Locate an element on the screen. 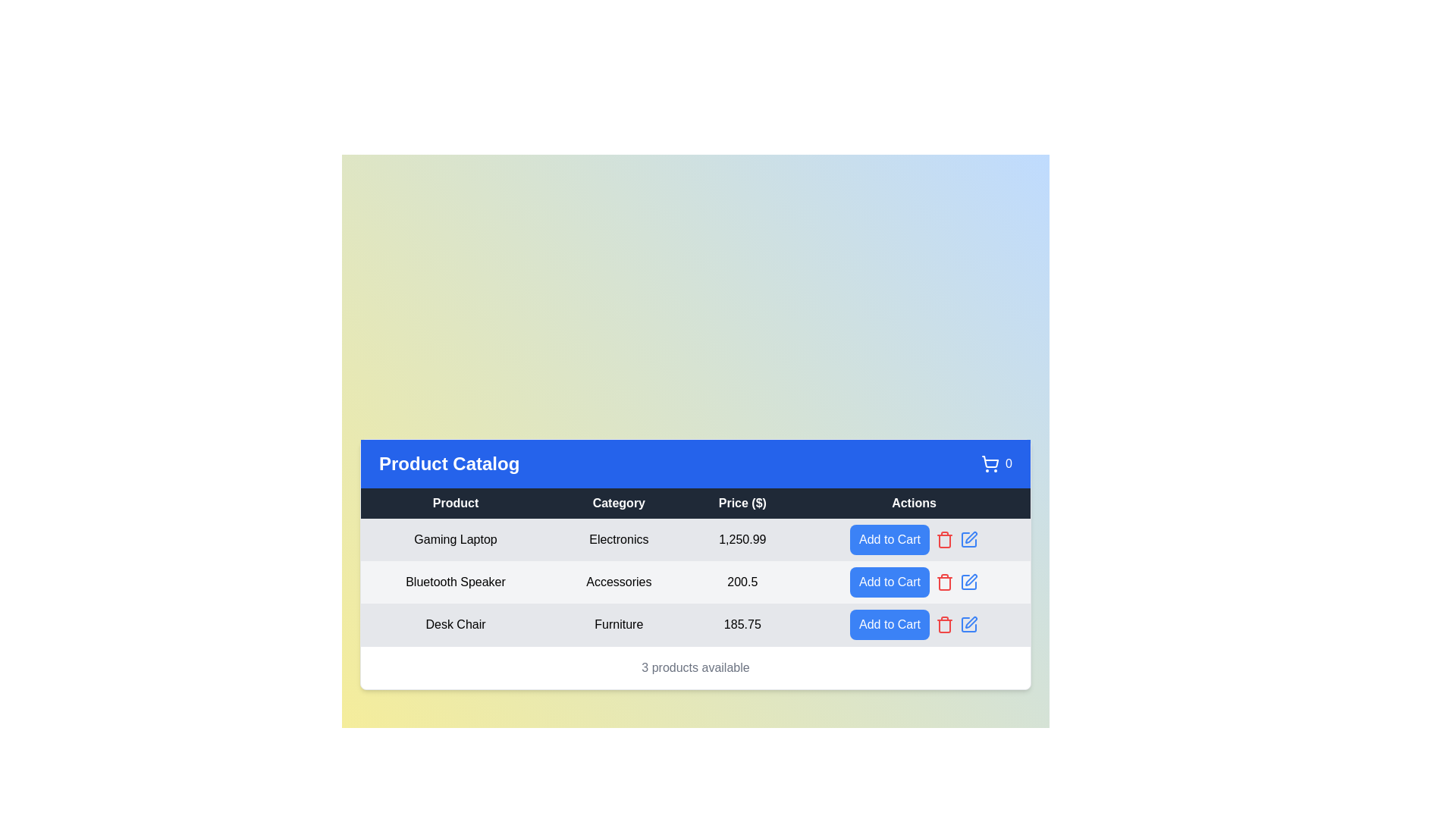 This screenshot has height=819, width=1456. the trash icon located in the 'Actions' column of the table, specifically aligned to the third row corresponding to the 'Desk Chair' product entry, to initiate a delete action is located at coordinates (943, 540).